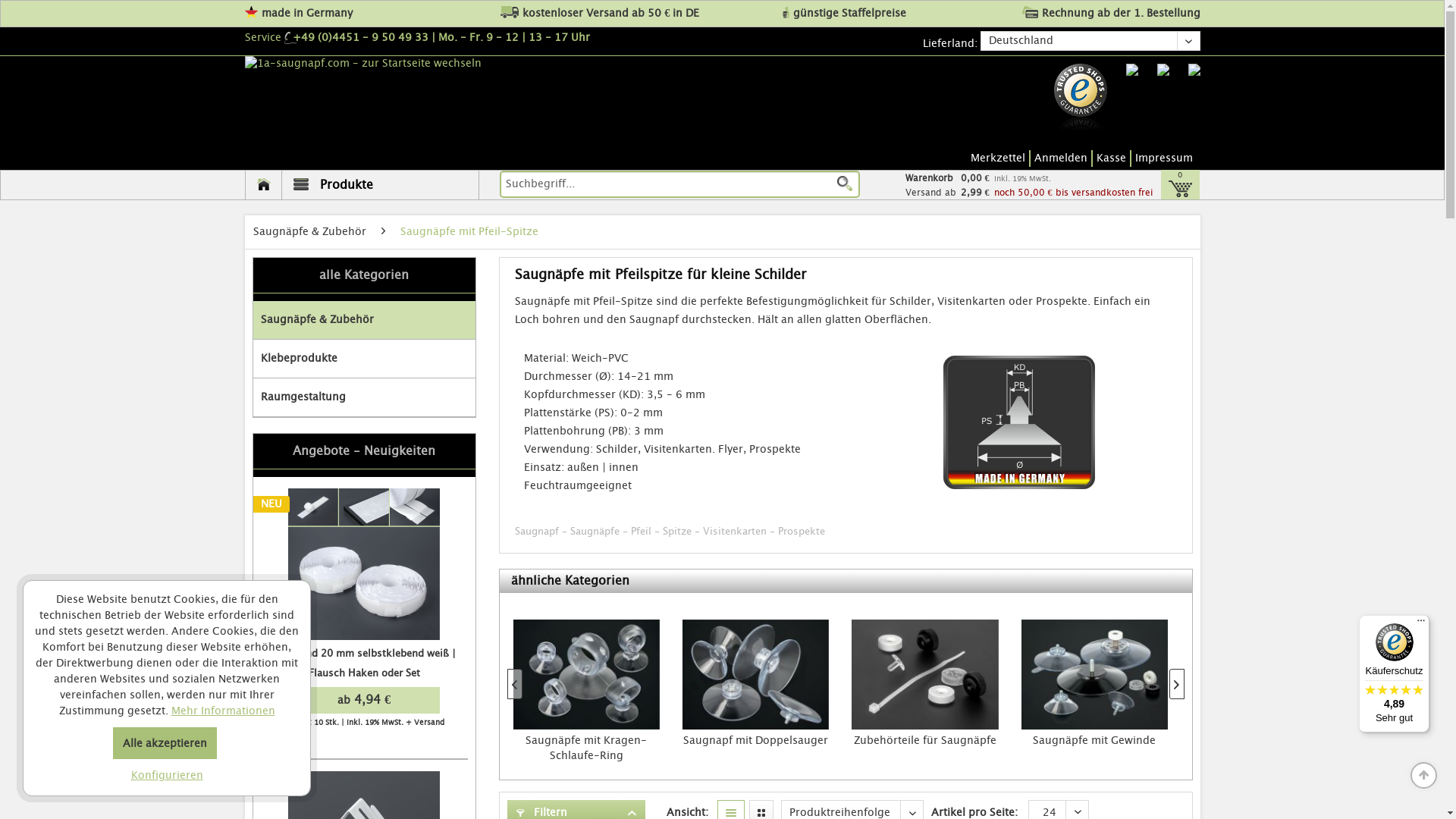 This screenshot has height=819, width=1456. What do you see at coordinates (263, 184) in the screenshot?
I see `'Home'` at bounding box center [263, 184].